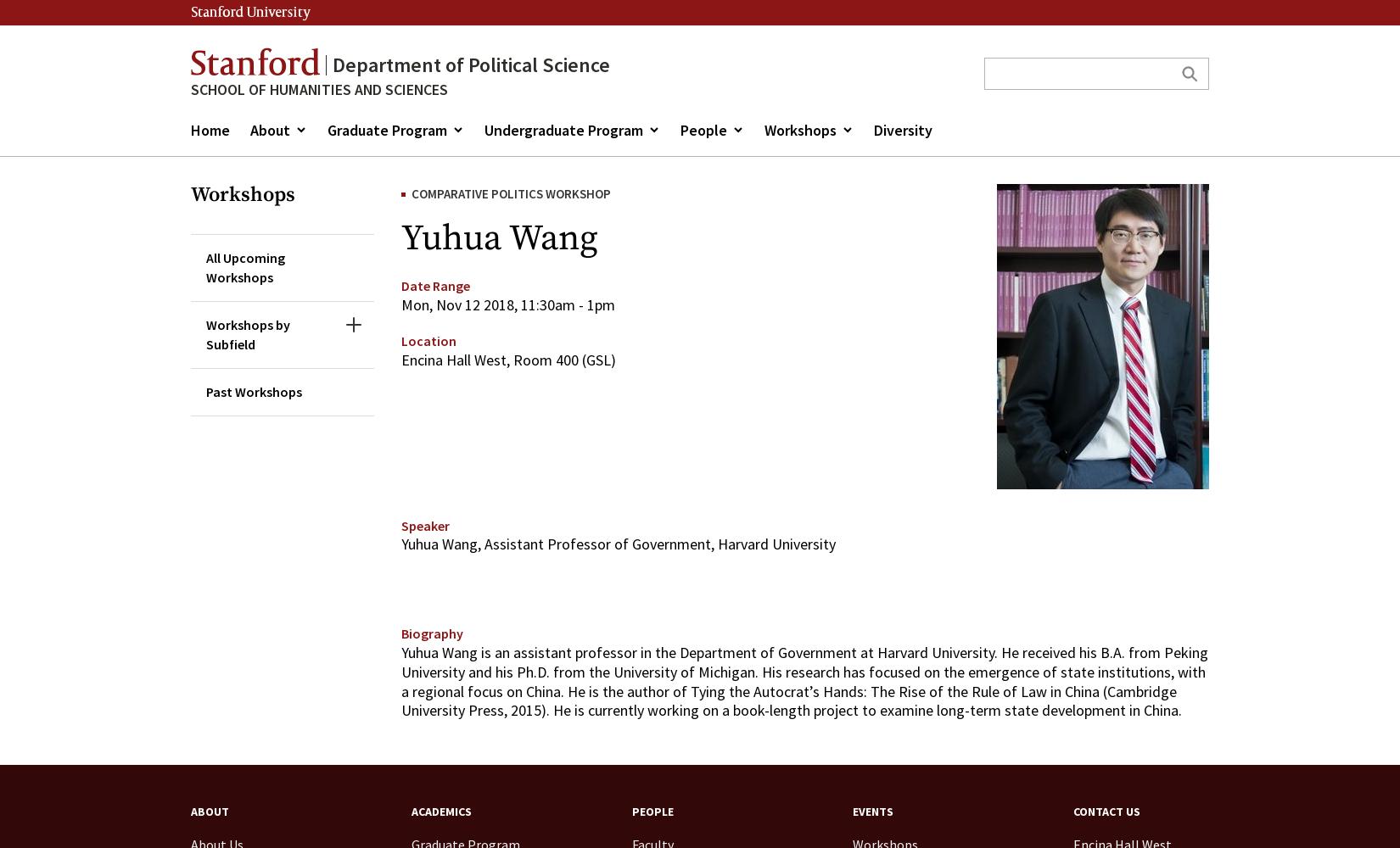 The width and height of the screenshot is (1400, 848). What do you see at coordinates (254, 390) in the screenshot?
I see `'Past Workshops'` at bounding box center [254, 390].